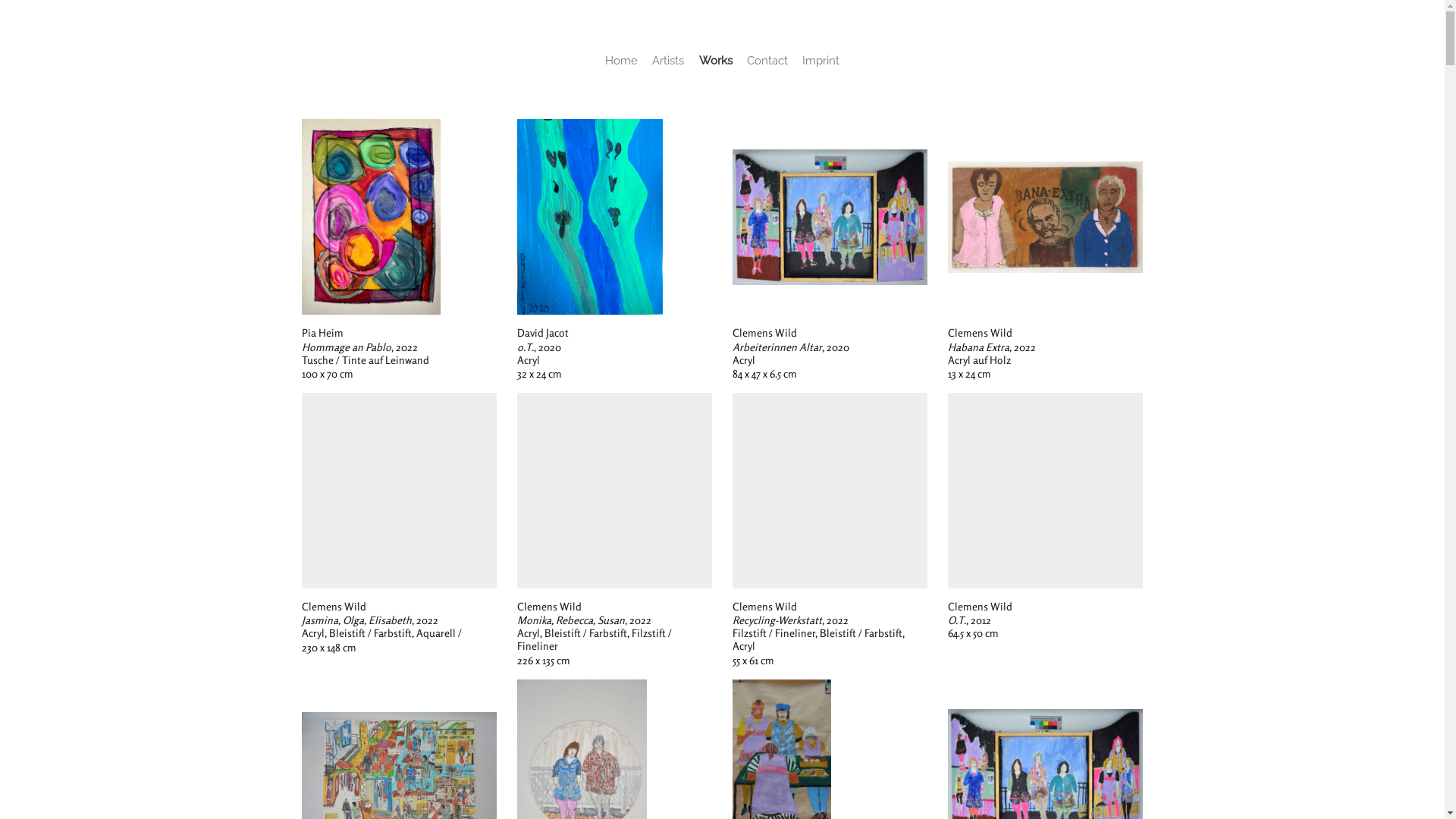  Describe the element at coordinates (820, 60) in the screenshot. I see `'Imprint'` at that location.